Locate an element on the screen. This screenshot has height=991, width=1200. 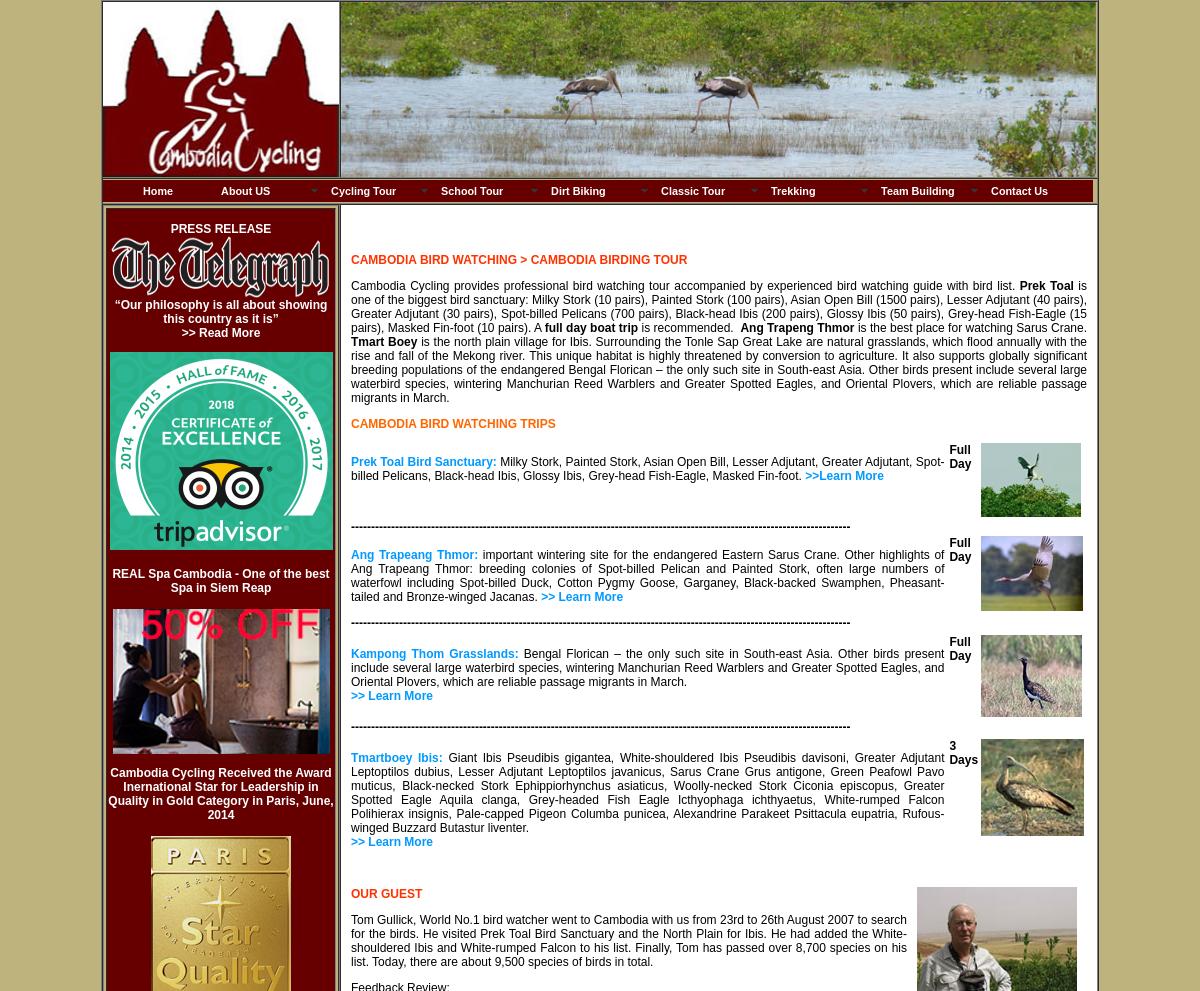
'Milky Stork, Painted Stork, Asian Open Bill, Lesser Adjutant,   			Greater Adjutant, Spot-billed Pelicans, Black-head Ibis, Glossy   			Ibis, Grey-head Fish-Eagle, Masked Fin-foot.' is located at coordinates (647, 468).